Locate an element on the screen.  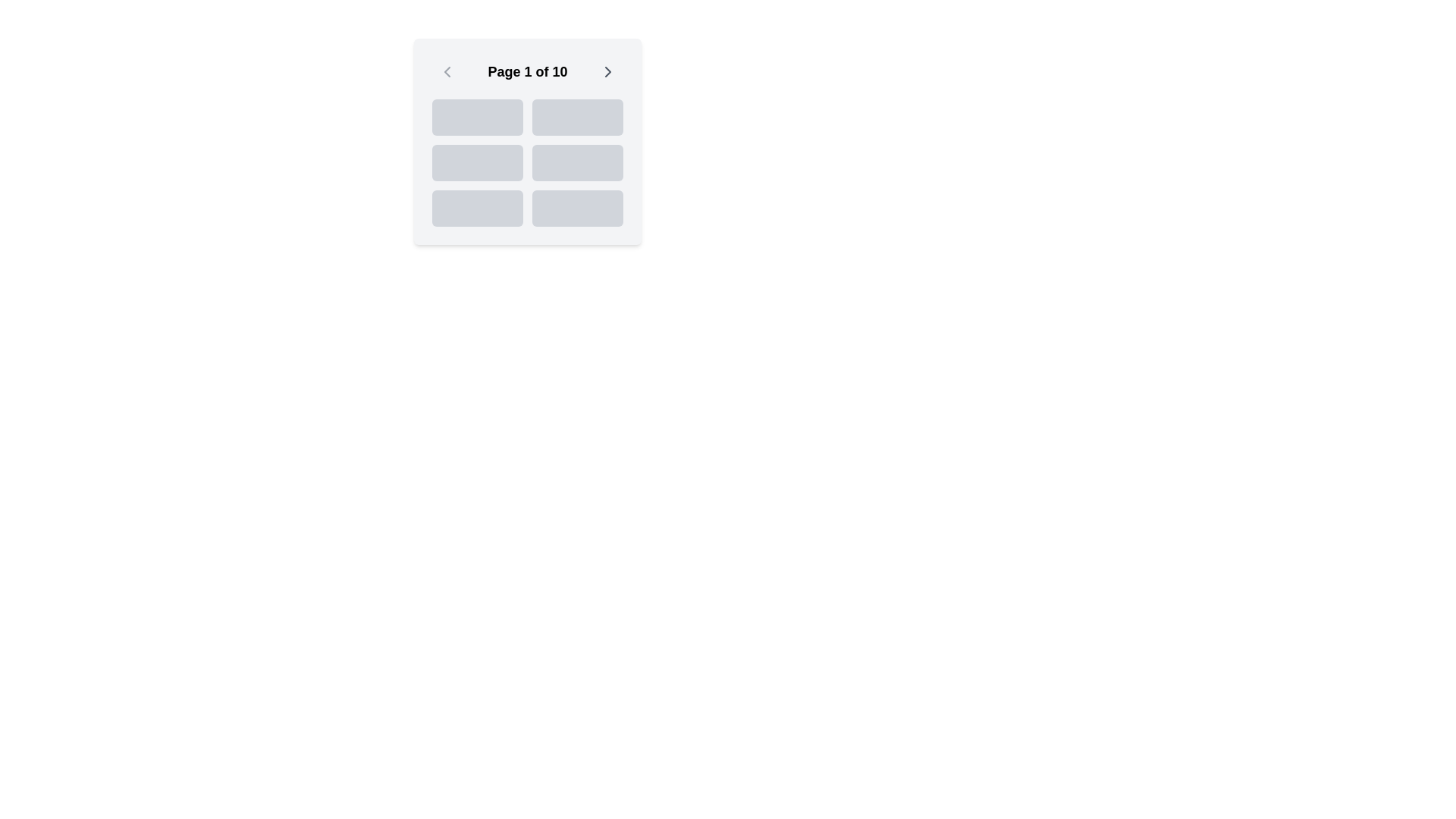
the gray button with a leftward chevron icon located immediately before the text 'Page 1 of 10' is located at coordinates (447, 72).